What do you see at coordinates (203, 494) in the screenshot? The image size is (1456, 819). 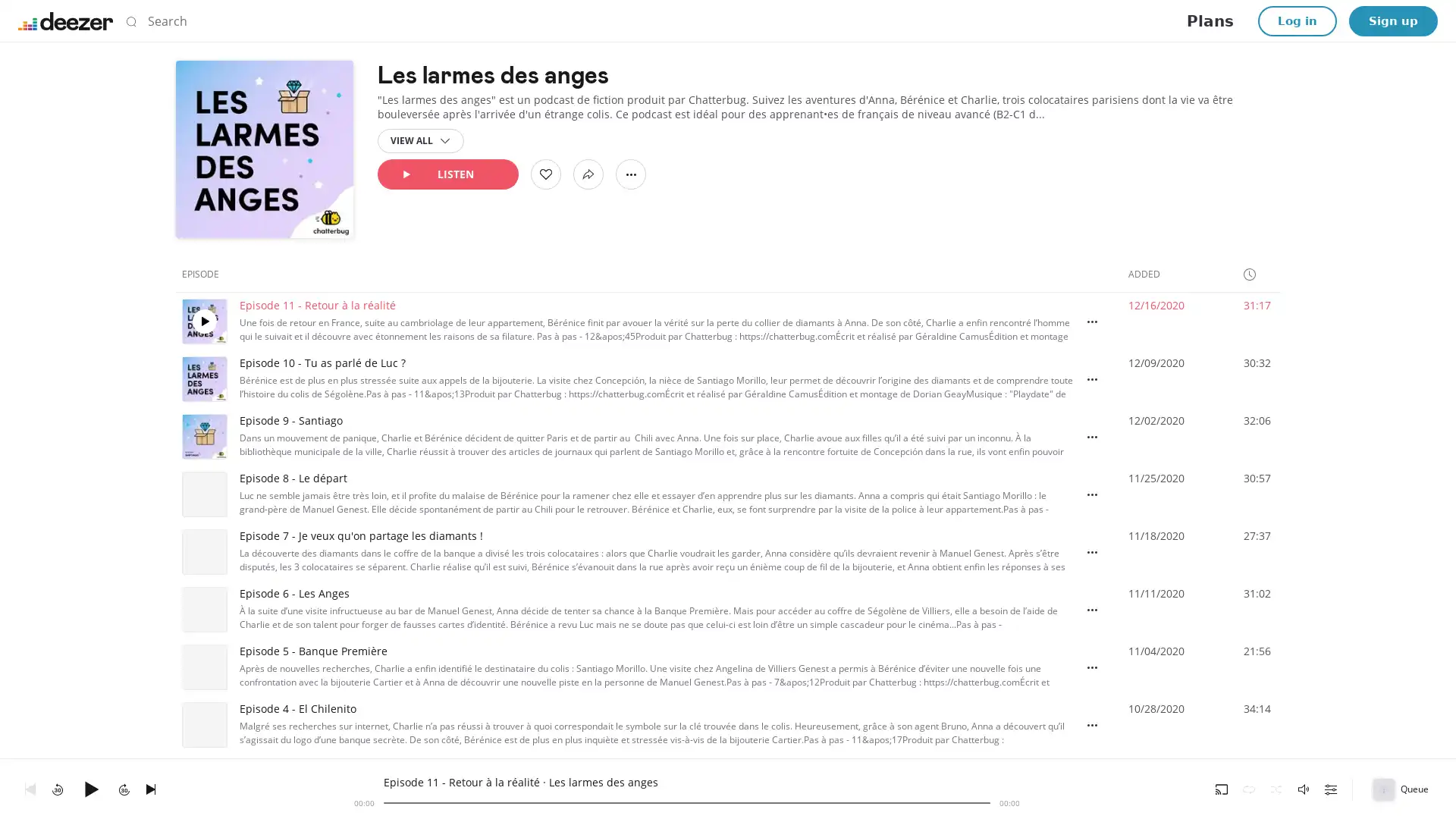 I see `Play Episode 8 - Le depart by Les larmes des anges` at bounding box center [203, 494].